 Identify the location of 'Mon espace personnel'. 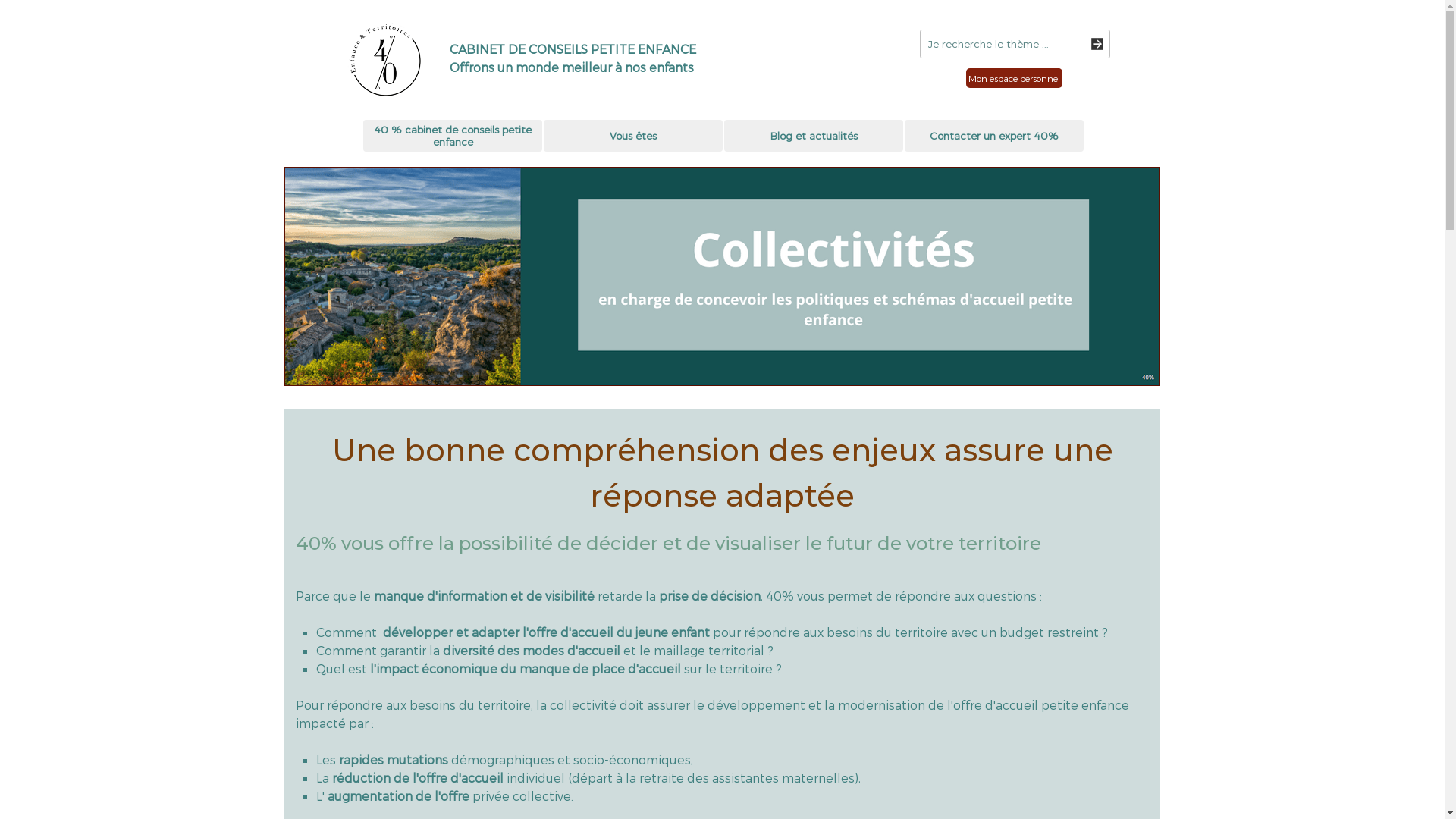
(1014, 78).